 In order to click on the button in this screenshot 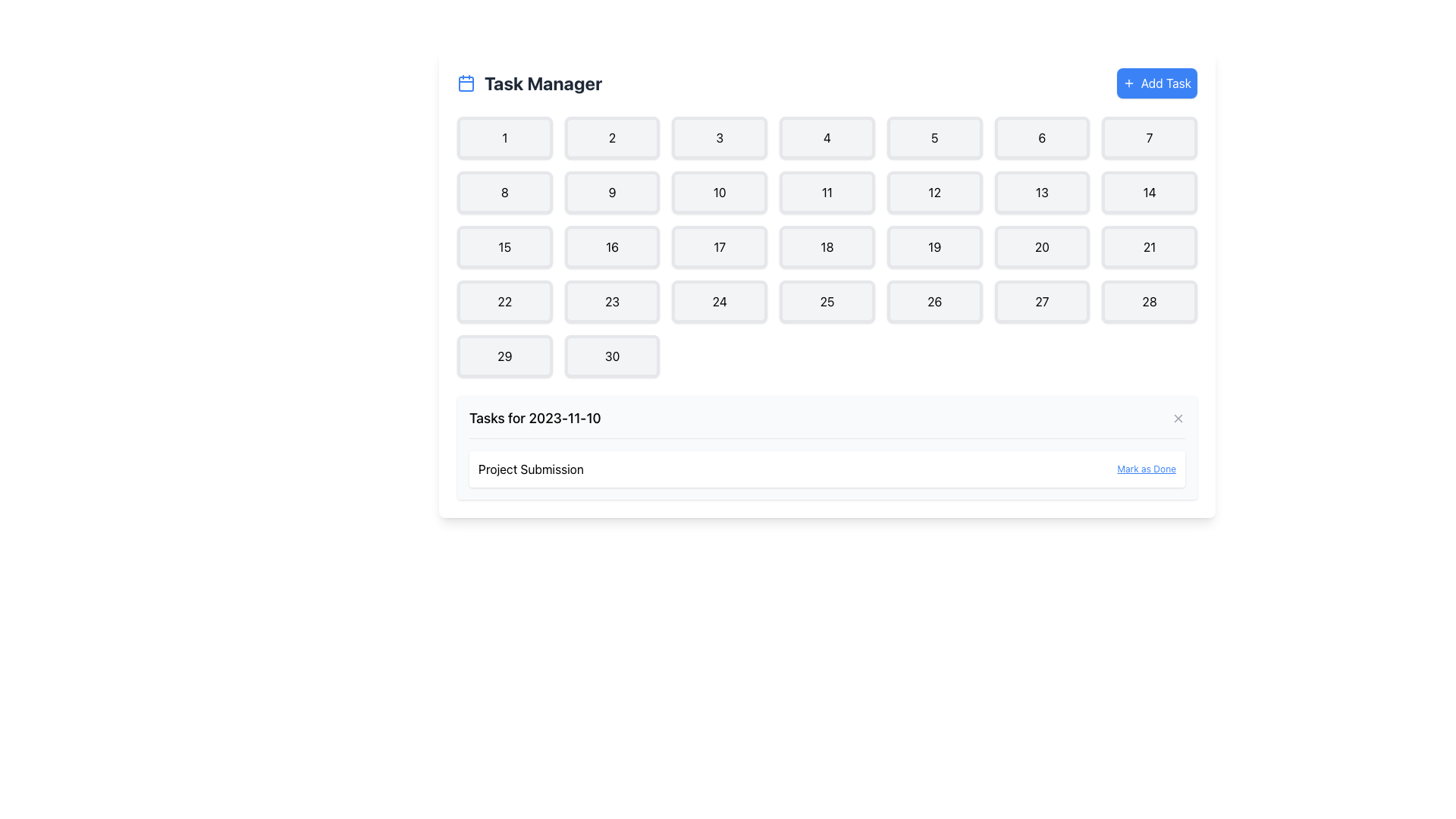, I will do `click(504, 356)`.